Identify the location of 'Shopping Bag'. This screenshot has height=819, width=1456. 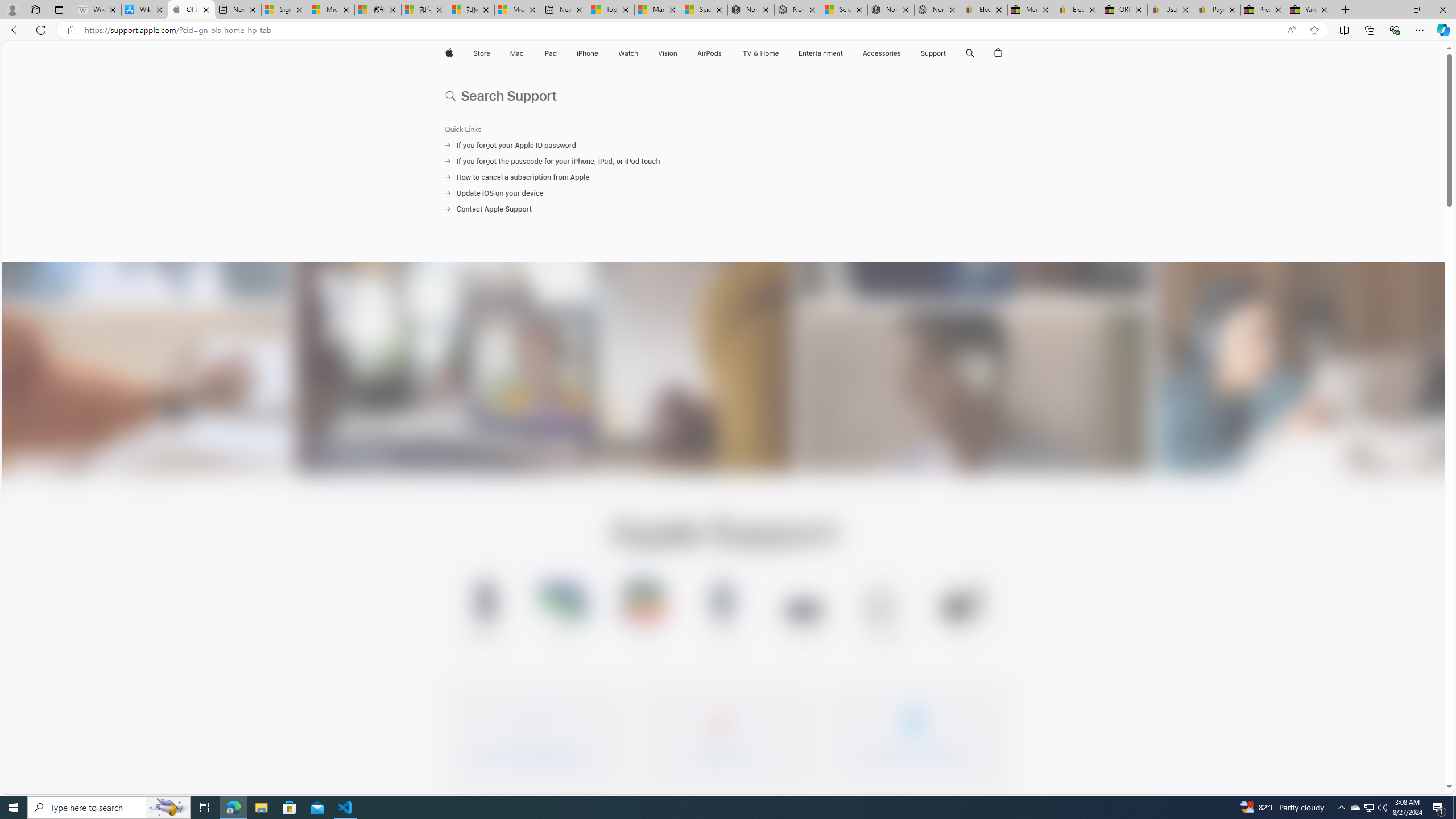
(999, 53).